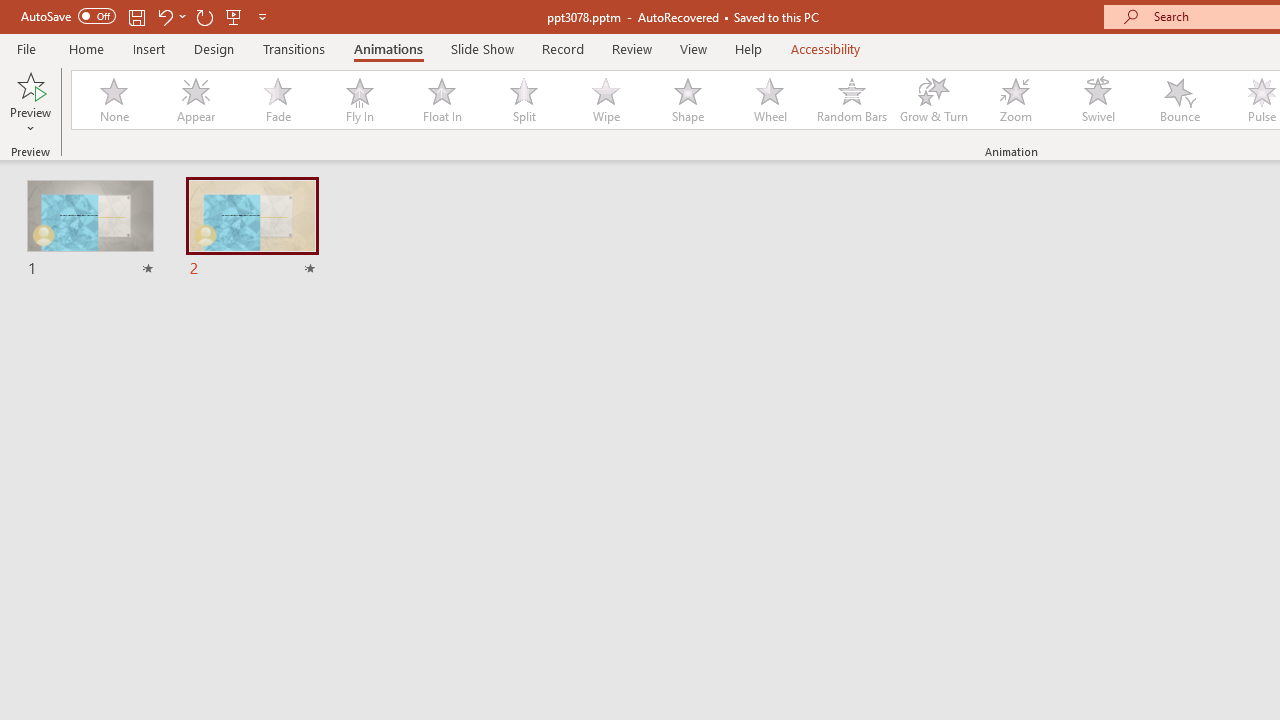 This screenshot has width=1280, height=720. Describe the element at coordinates (523, 100) in the screenshot. I see `'Split'` at that location.